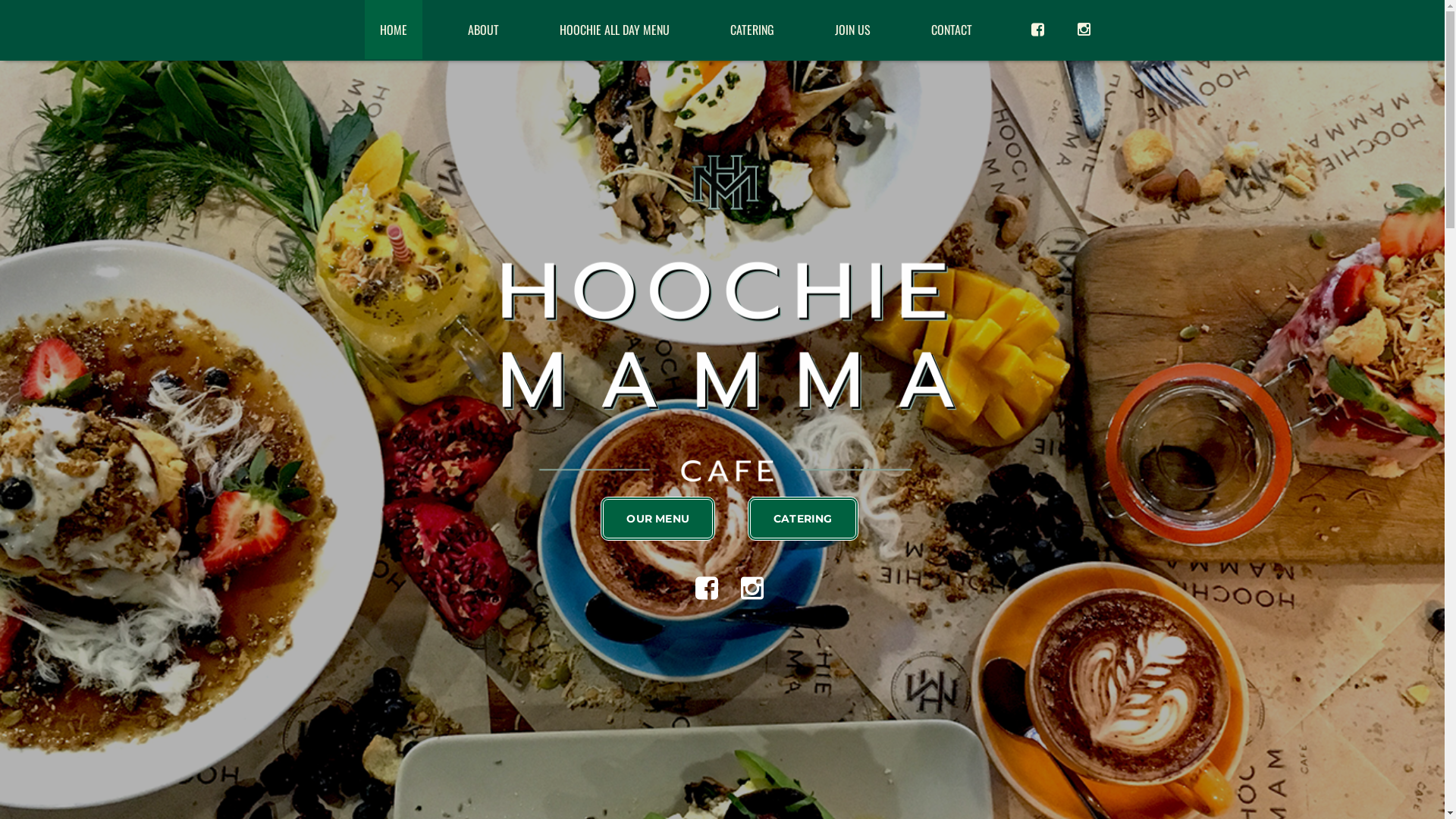 The width and height of the screenshot is (1456, 819). I want to click on 'CATERING', so click(751, 29).